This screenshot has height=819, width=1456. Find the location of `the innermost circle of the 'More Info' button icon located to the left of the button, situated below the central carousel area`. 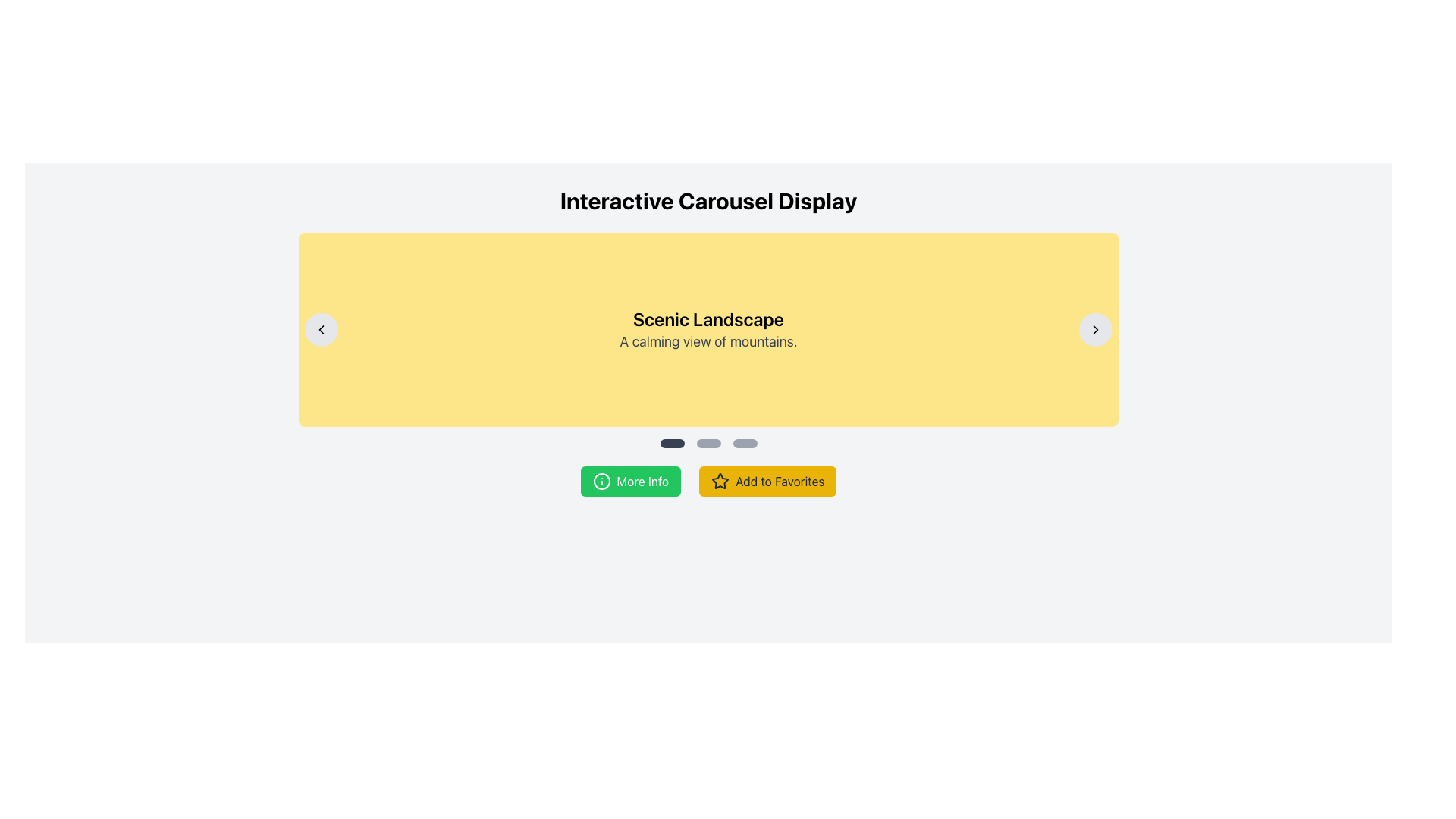

the innermost circle of the 'More Info' button icon located to the left of the button, situated below the central carousel area is located at coordinates (601, 482).